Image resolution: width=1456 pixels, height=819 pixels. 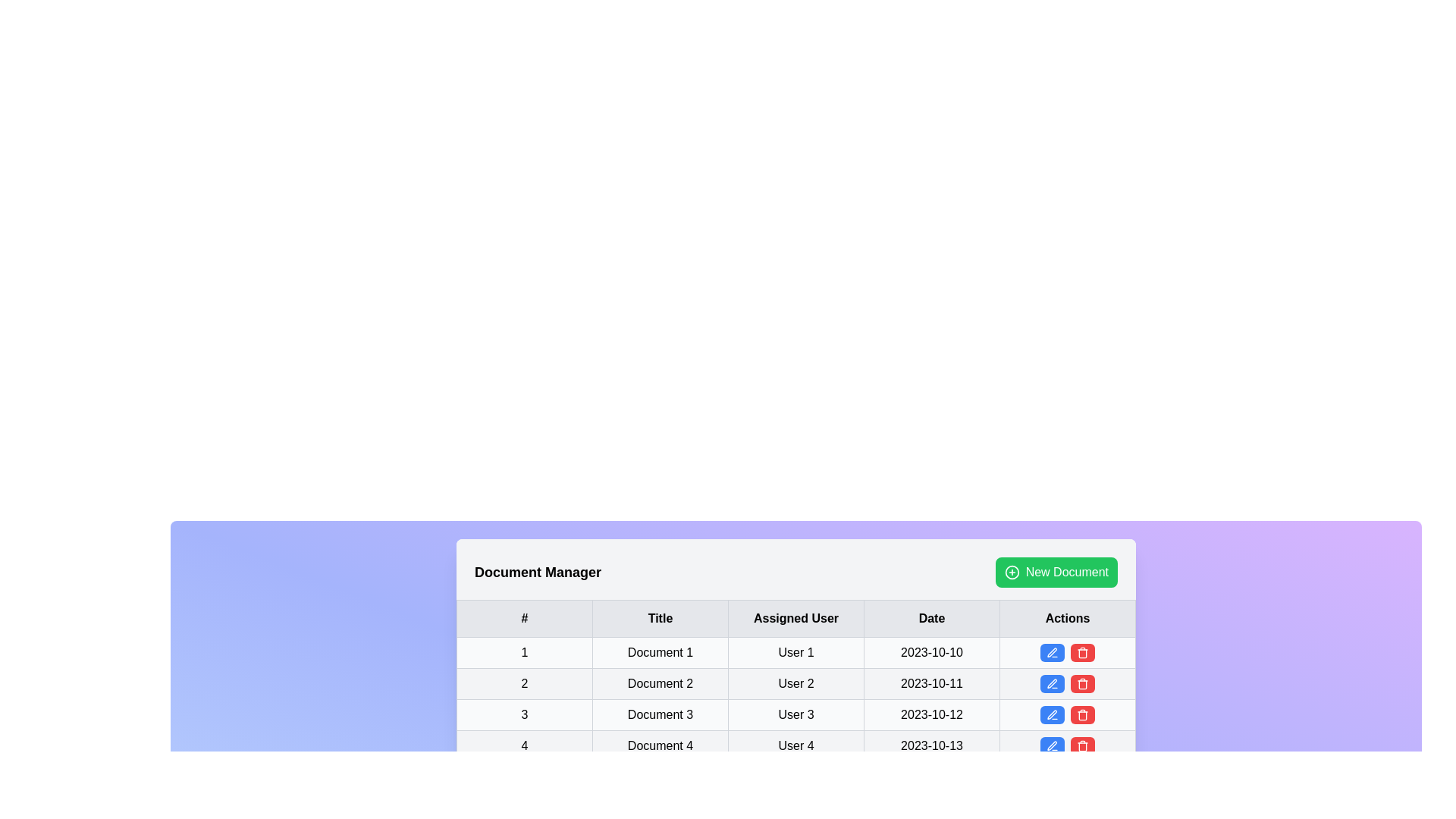 I want to click on the delete button located in the 'Actions' column for 'Document 3', positioned to the right of the blue 'edit' button, so click(x=1082, y=714).